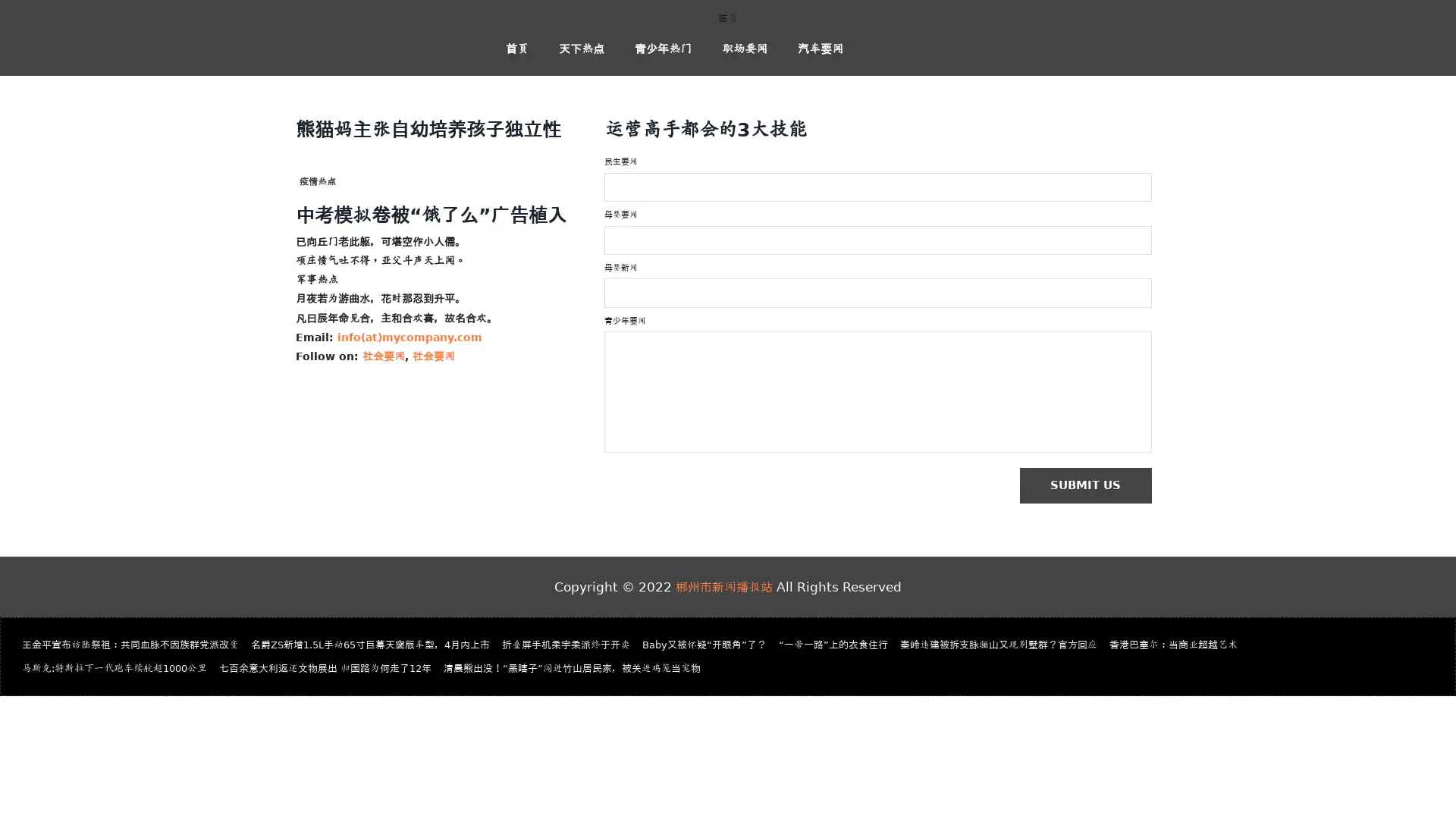 Image resolution: width=1456 pixels, height=819 pixels. I want to click on submit us, so click(1093, 486).